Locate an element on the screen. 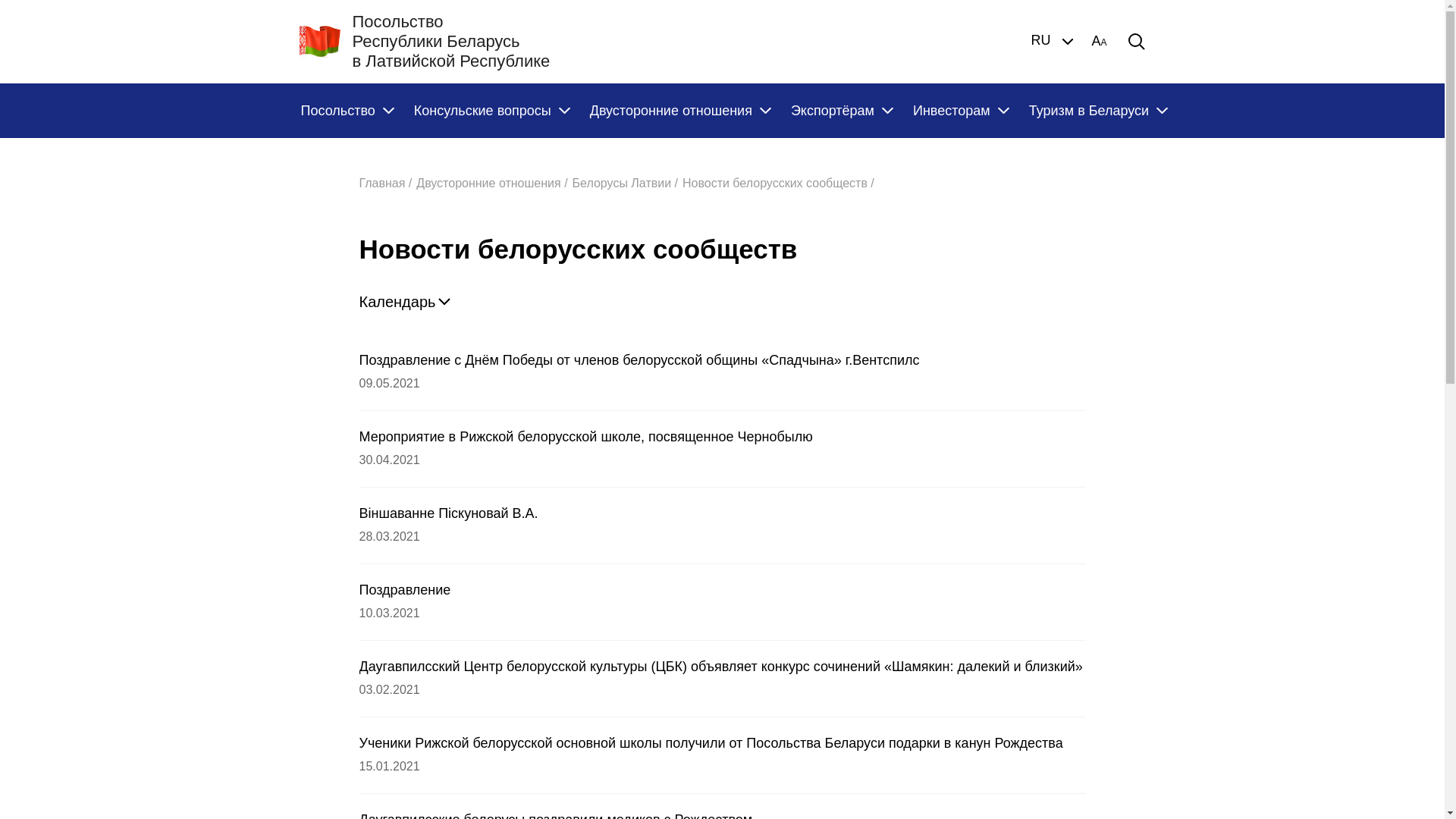  'AA' is located at coordinates (1099, 40).